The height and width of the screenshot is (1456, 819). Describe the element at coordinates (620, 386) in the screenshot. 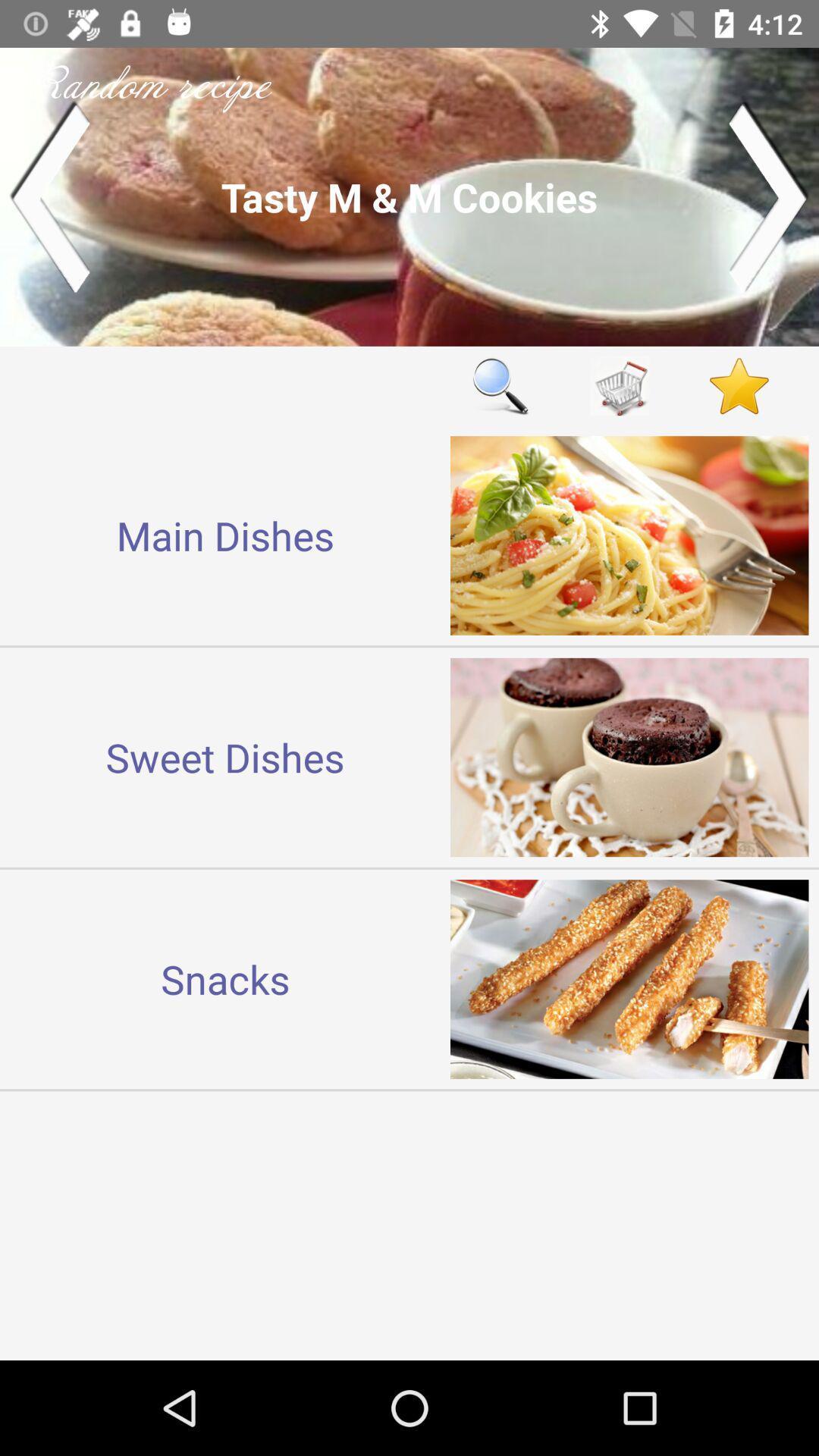

I see `microwave` at that location.